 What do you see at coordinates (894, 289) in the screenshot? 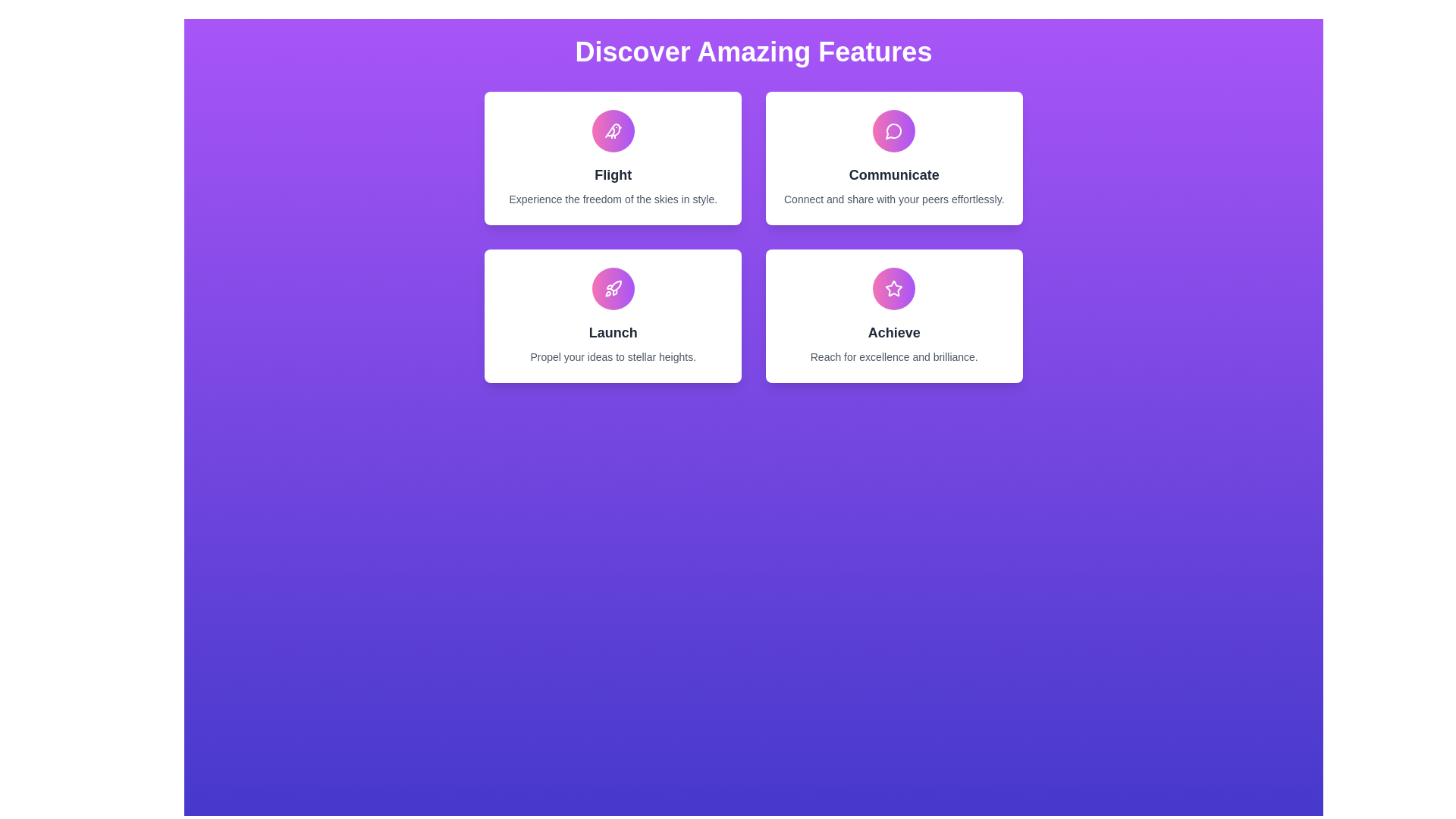
I see `the star-shaped icon with a gradient fill of pink transitioning to purple located in the 'Achieve' feature panel at the bottom-right of the interface` at bounding box center [894, 289].